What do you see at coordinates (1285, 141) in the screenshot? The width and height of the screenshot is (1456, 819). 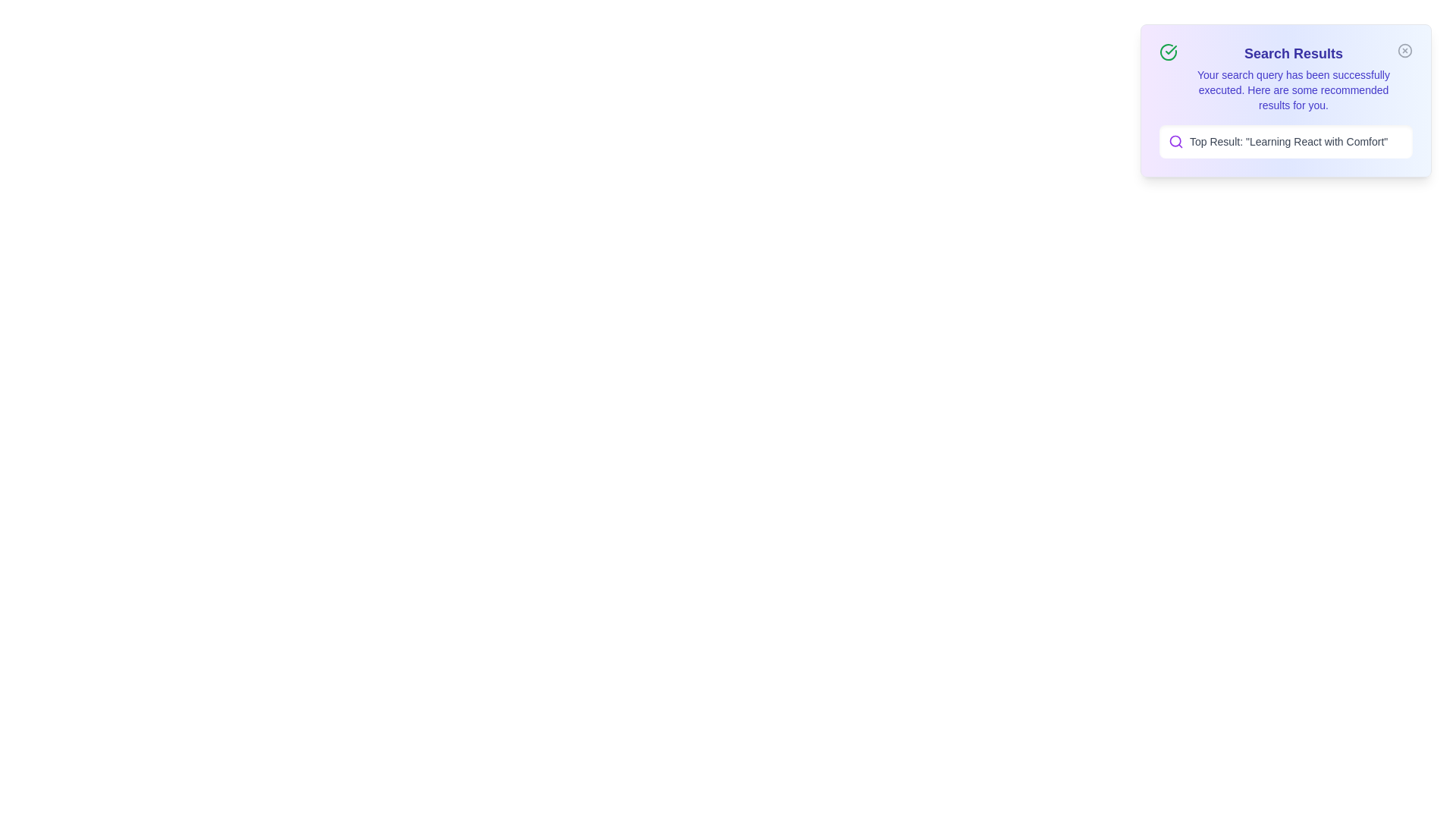 I see `the top result text to interact with it` at bounding box center [1285, 141].